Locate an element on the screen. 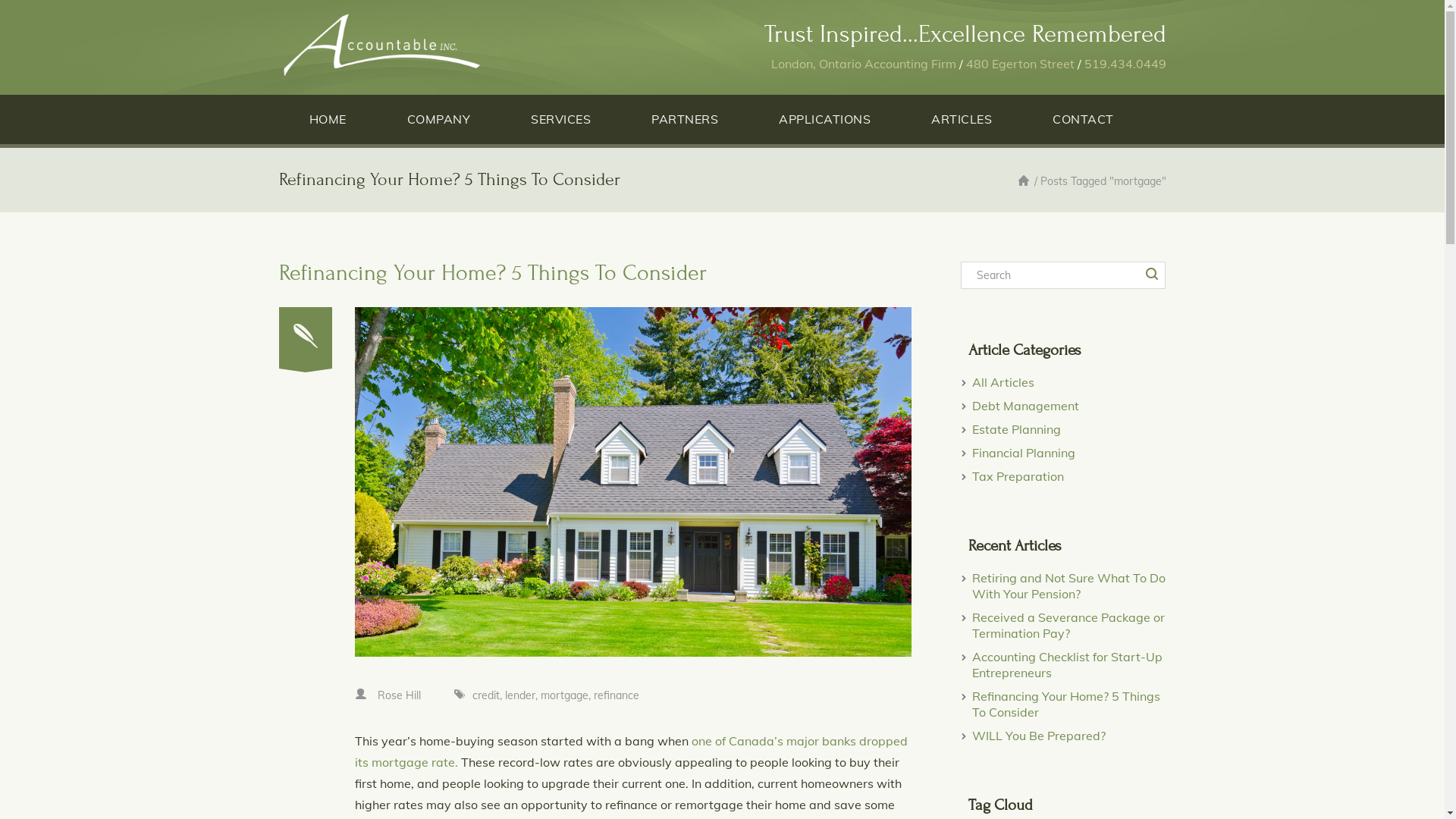  'SERVICES' is located at coordinates (560, 118).